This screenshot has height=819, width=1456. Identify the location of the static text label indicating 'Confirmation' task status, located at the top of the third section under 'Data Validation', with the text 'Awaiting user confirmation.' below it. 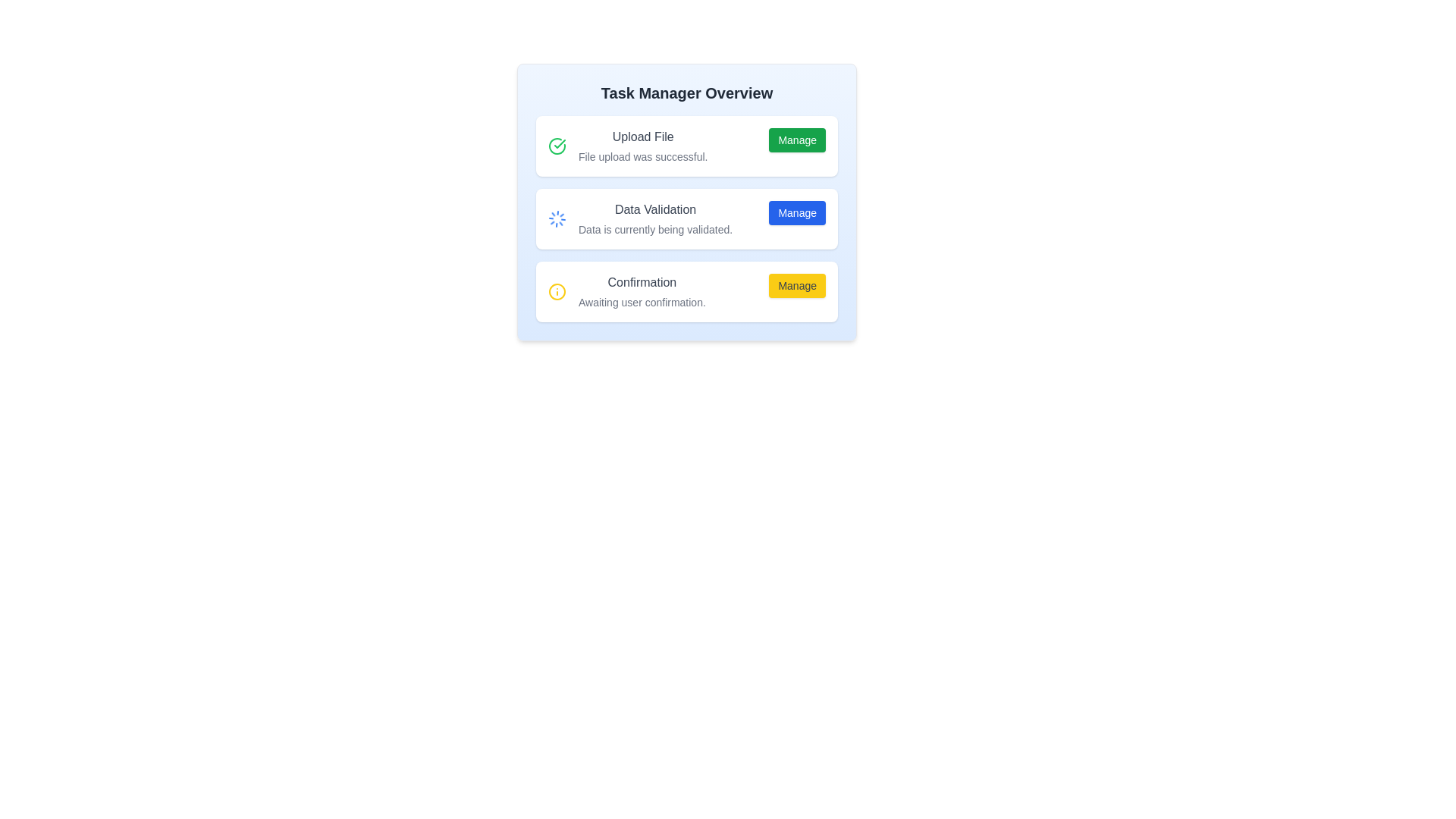
(642, 283).